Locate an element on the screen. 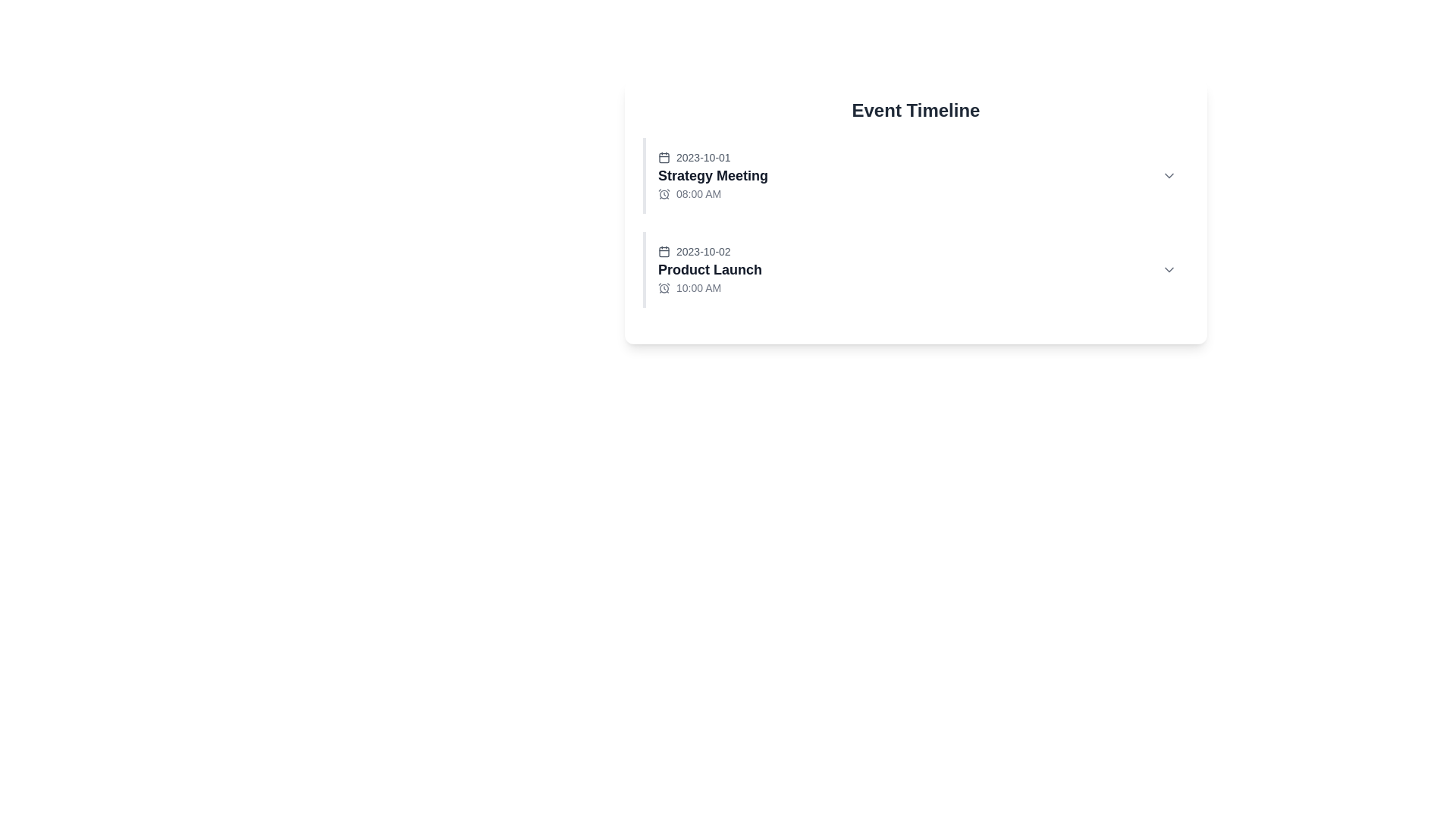  the calendar body element of the calendar icon located to the left of the text '2023-10-02 Product Launch' in the event timeline is located at coordinates (664, 250).